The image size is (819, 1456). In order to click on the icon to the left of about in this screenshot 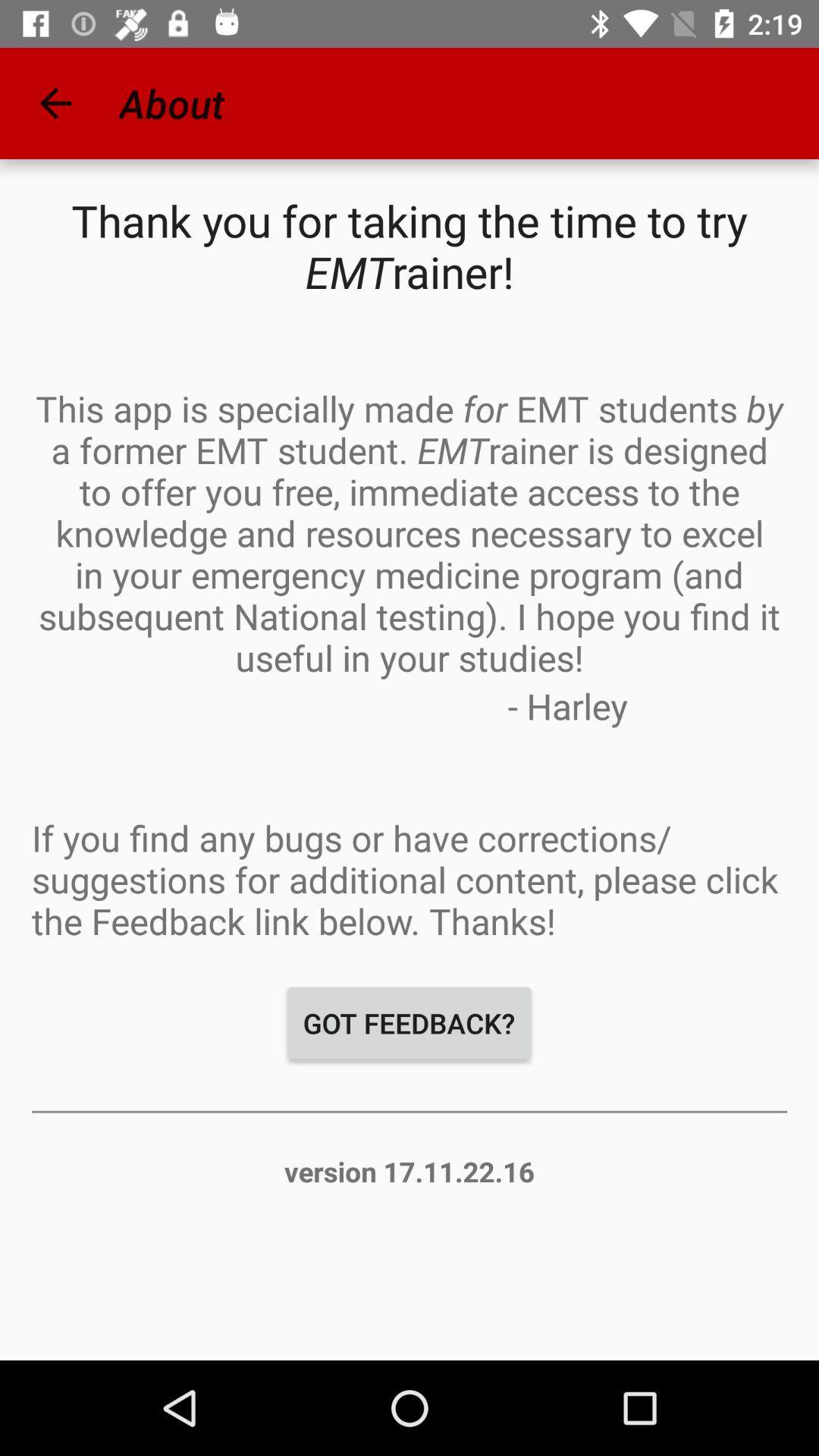, I will do `click(55, 102)`.